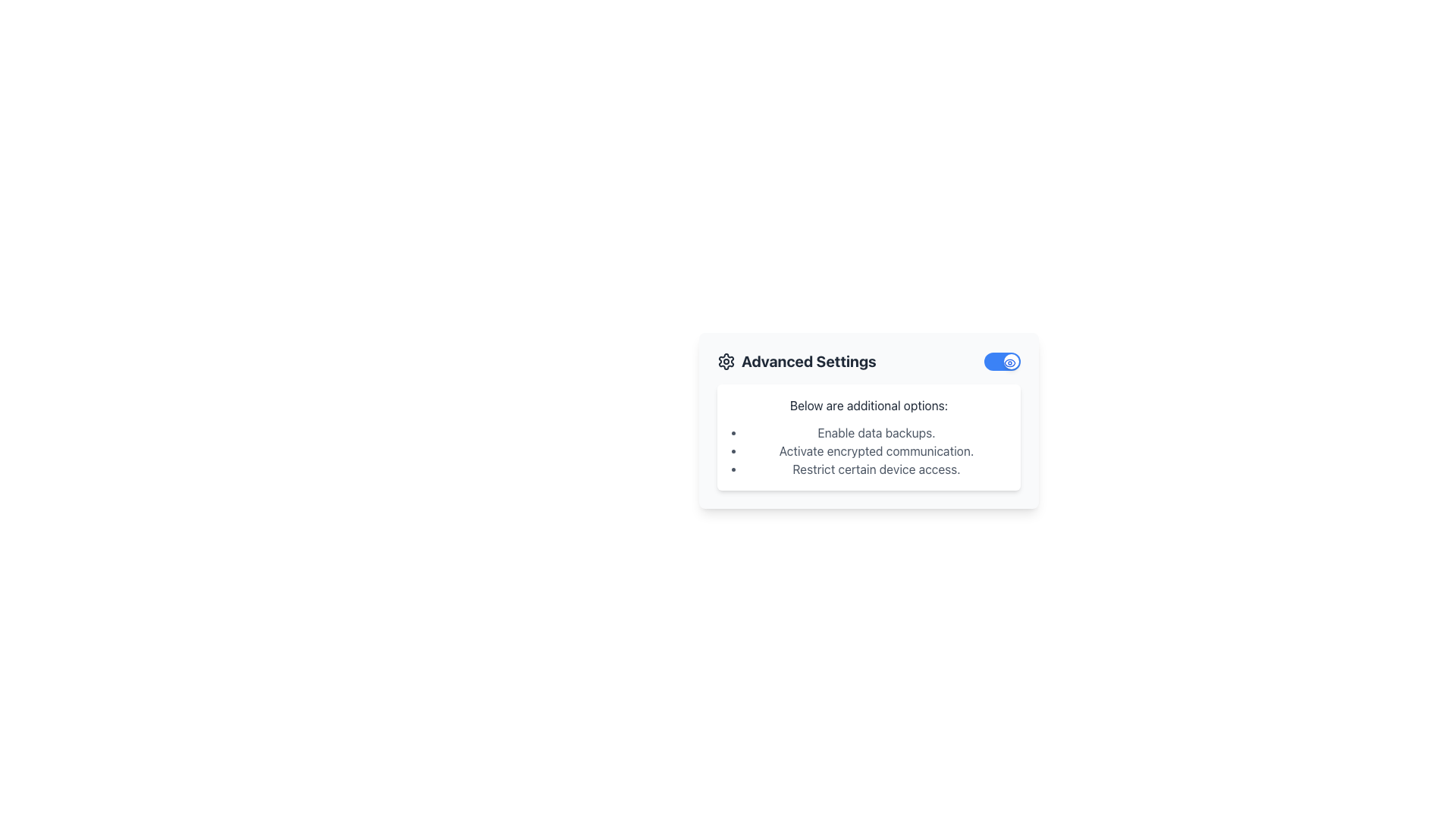  I want to click on the settings icon, which is a cogwheel represented in SVG format and located to the left of the 'Advanced Settings' label, so click(726, 362).